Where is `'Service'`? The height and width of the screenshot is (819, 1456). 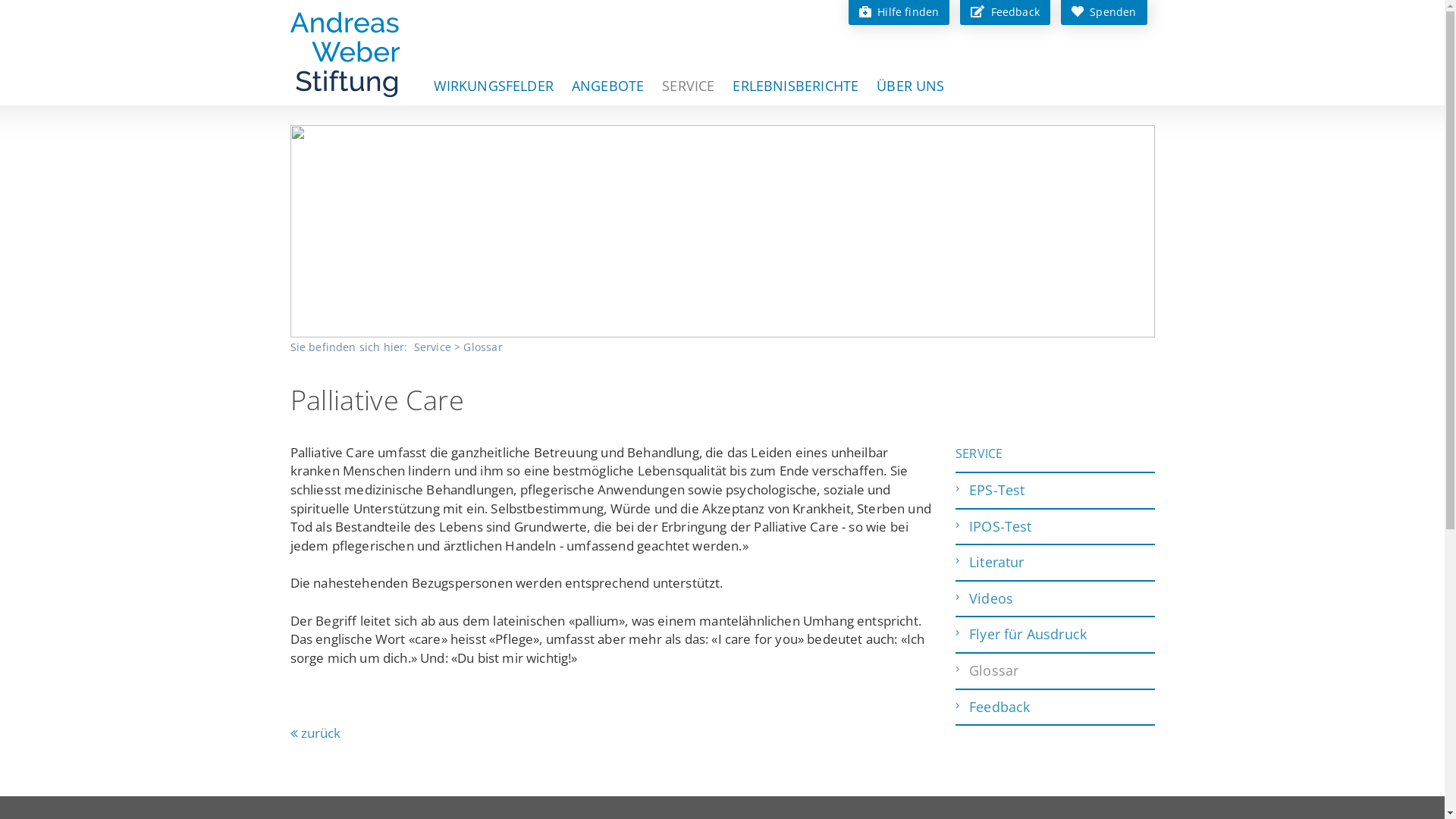
'Service' is located at coordinates (433, 347).